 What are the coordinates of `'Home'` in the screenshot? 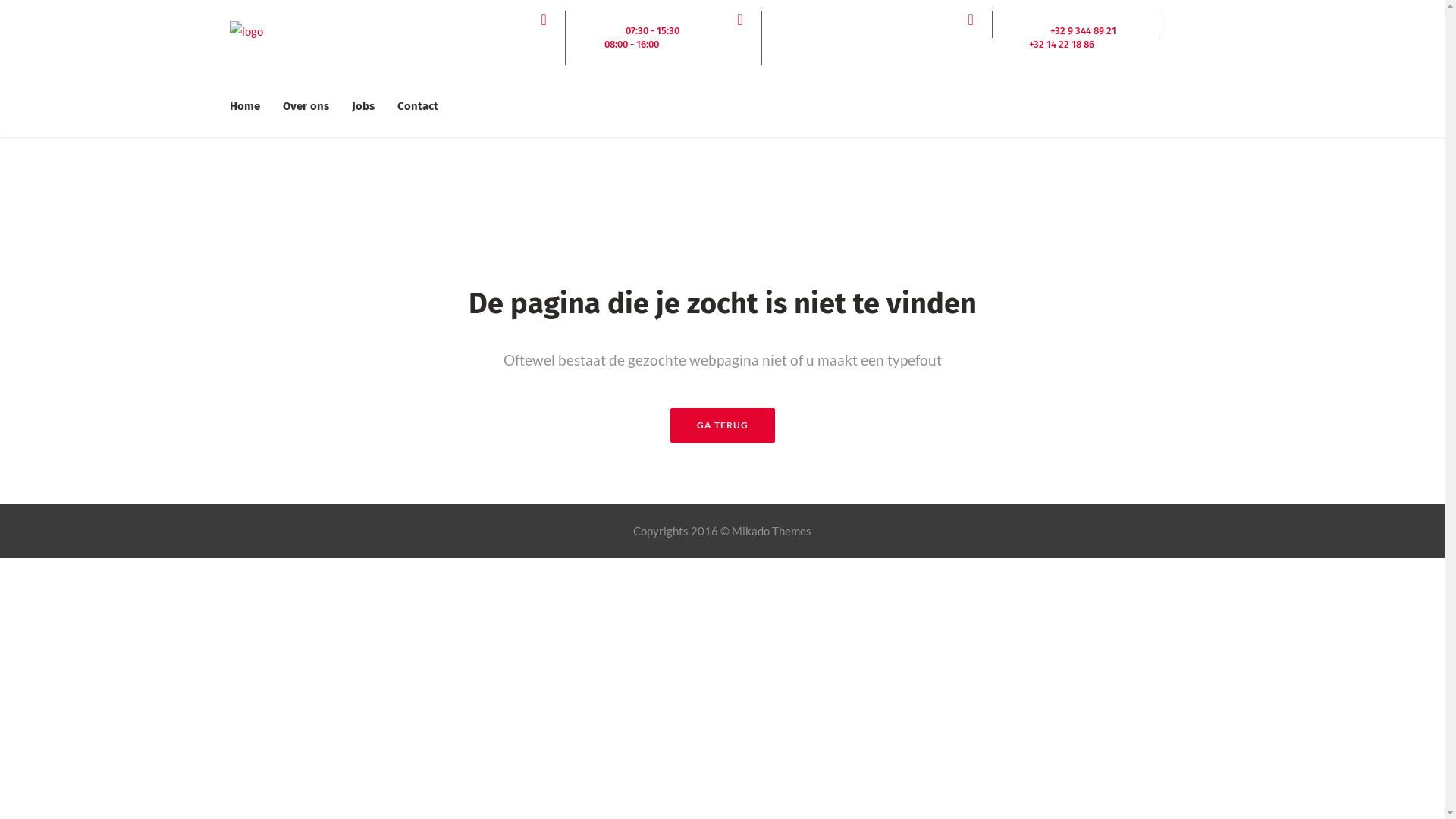 It's located at (249, 105).